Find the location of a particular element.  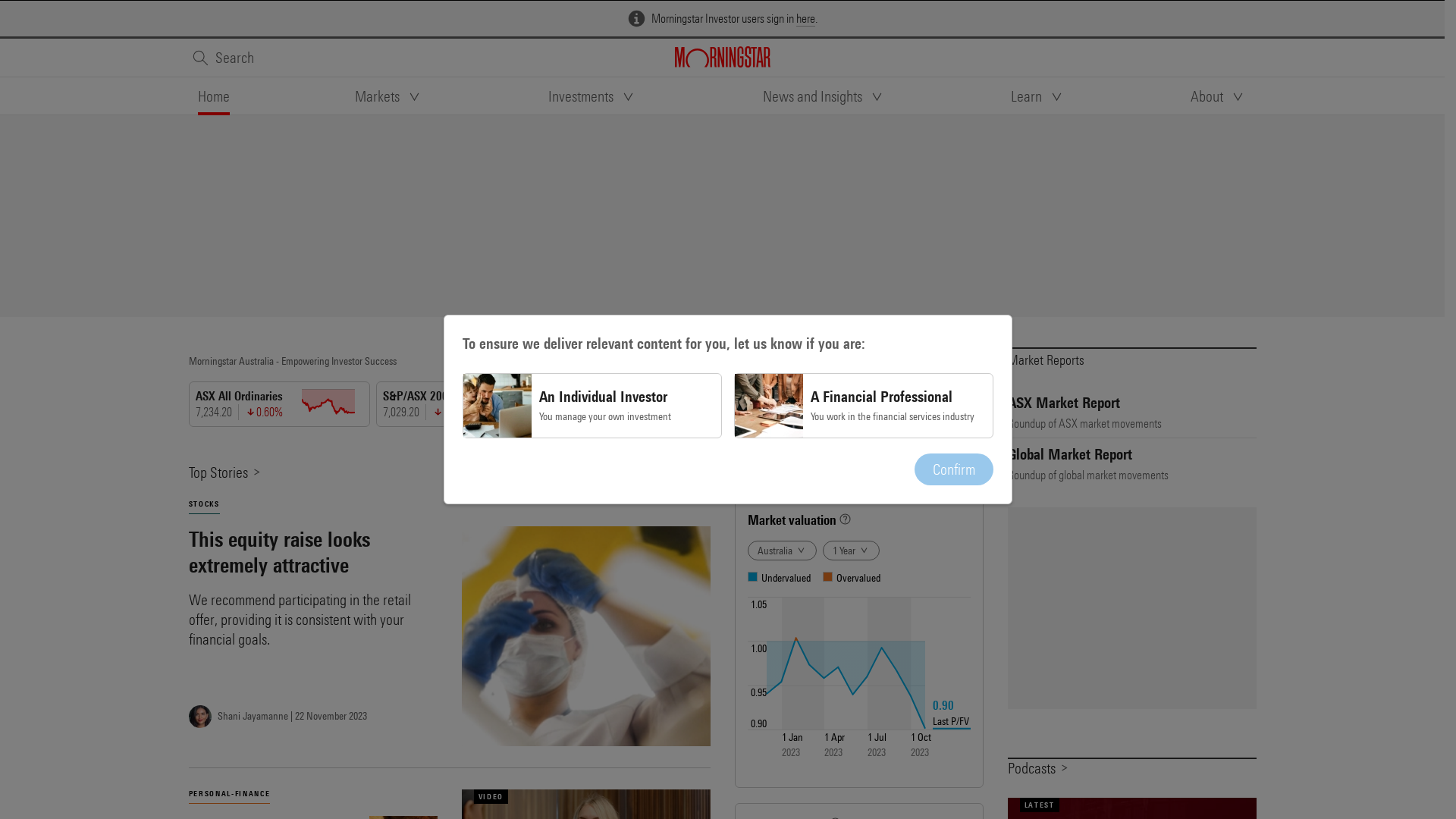

'Australia' is located at coordinates (782, 550).